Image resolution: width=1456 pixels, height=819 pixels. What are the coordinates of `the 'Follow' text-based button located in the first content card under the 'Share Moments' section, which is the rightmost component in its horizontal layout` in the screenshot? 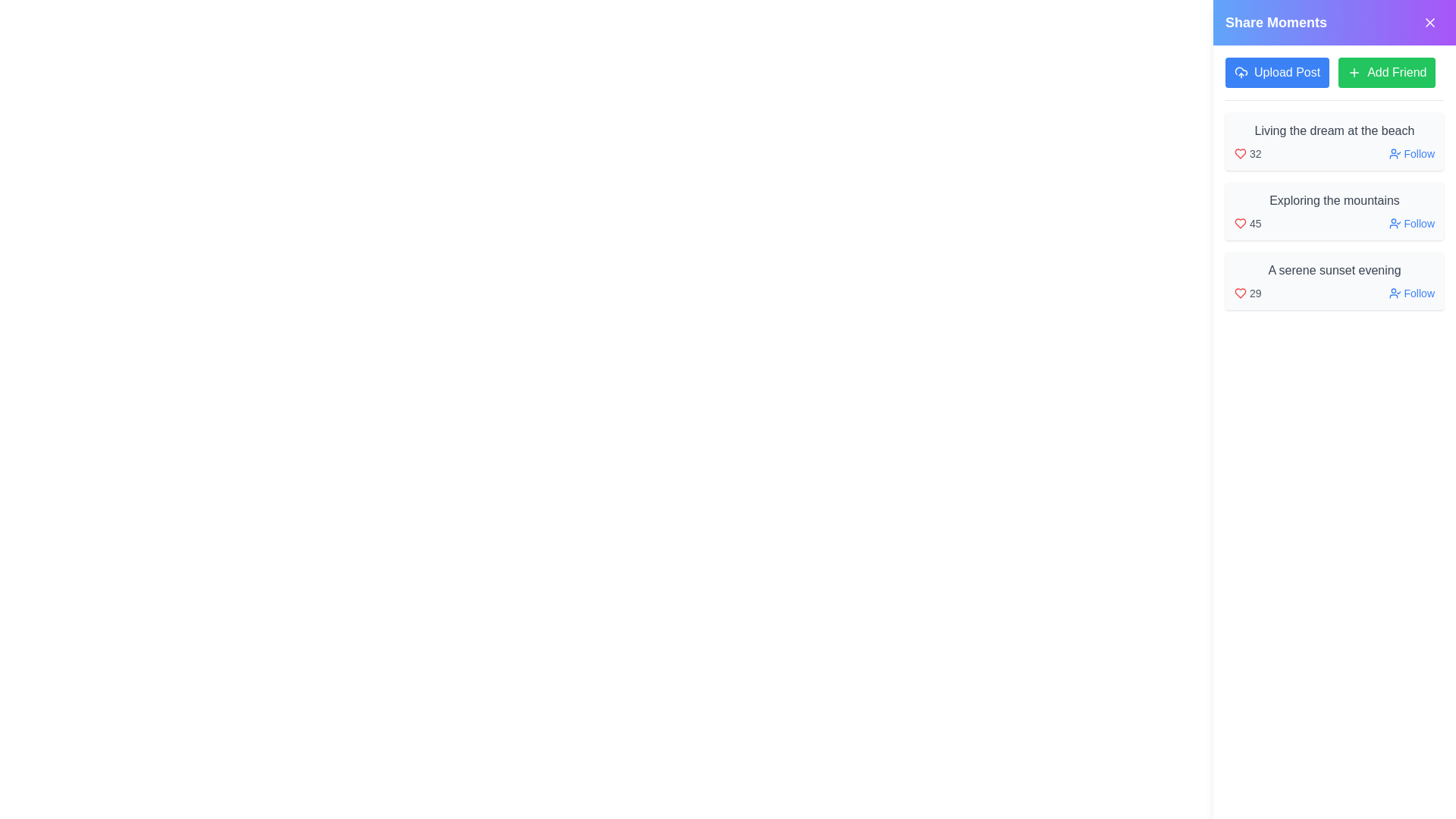 It's located at (1418, 154).